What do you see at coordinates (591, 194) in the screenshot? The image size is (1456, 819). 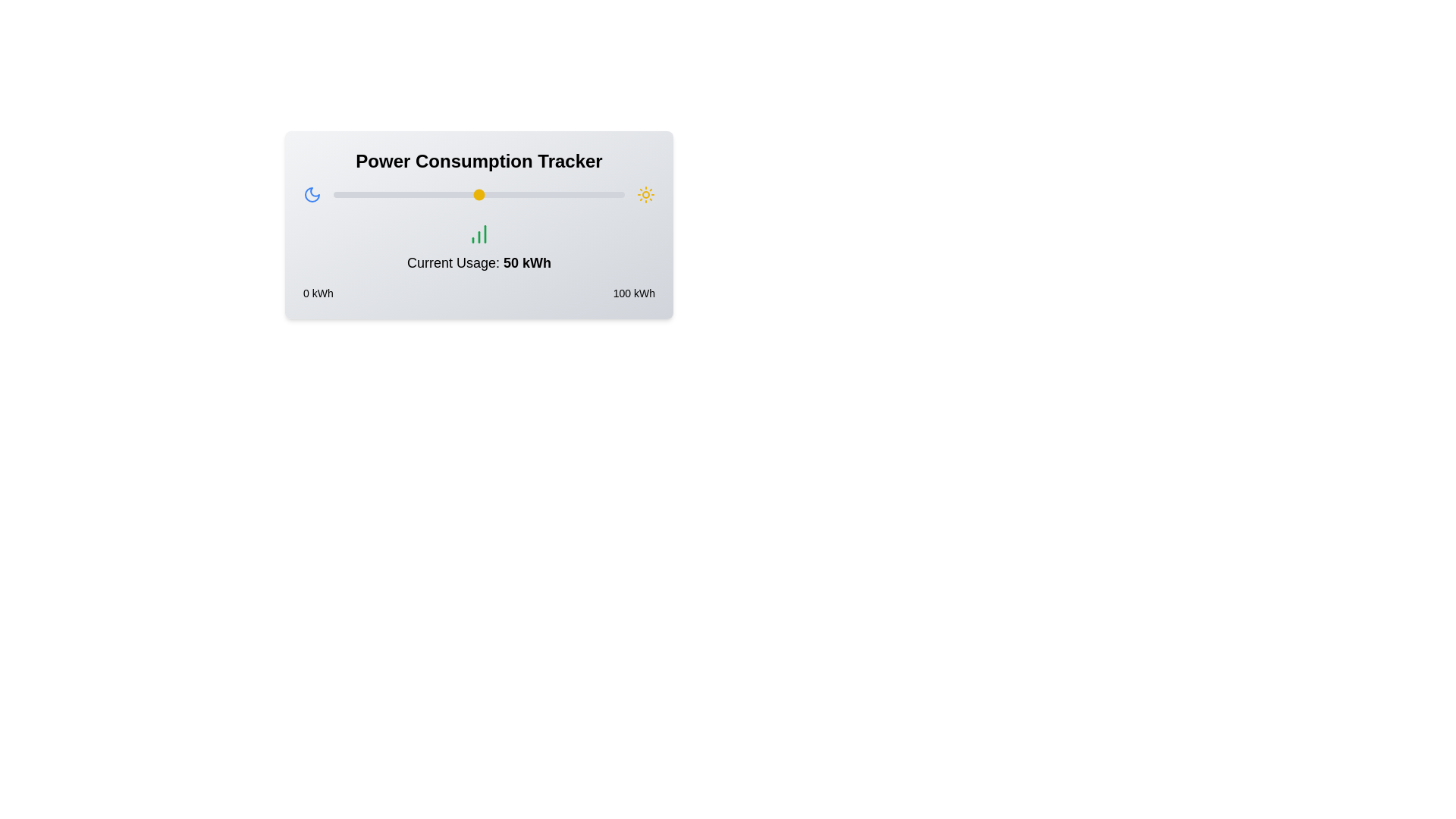 I see `the slider to set the power usage to 89 kWh` at bounding box center [591, 194].